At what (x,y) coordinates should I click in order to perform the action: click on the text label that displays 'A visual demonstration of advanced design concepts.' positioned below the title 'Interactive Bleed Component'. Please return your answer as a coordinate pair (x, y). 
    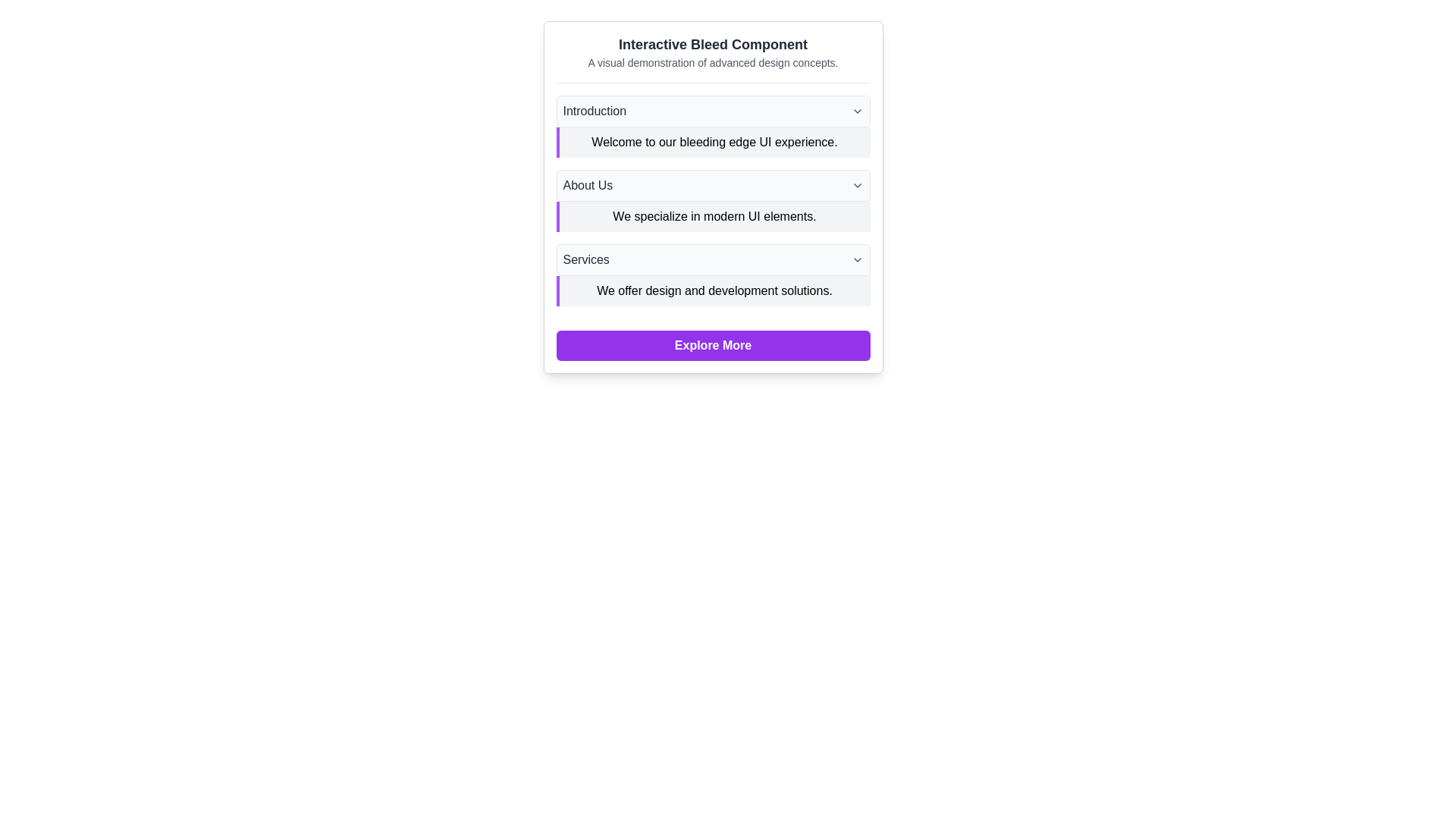
    Looking at the image, I should click on (712, 62).